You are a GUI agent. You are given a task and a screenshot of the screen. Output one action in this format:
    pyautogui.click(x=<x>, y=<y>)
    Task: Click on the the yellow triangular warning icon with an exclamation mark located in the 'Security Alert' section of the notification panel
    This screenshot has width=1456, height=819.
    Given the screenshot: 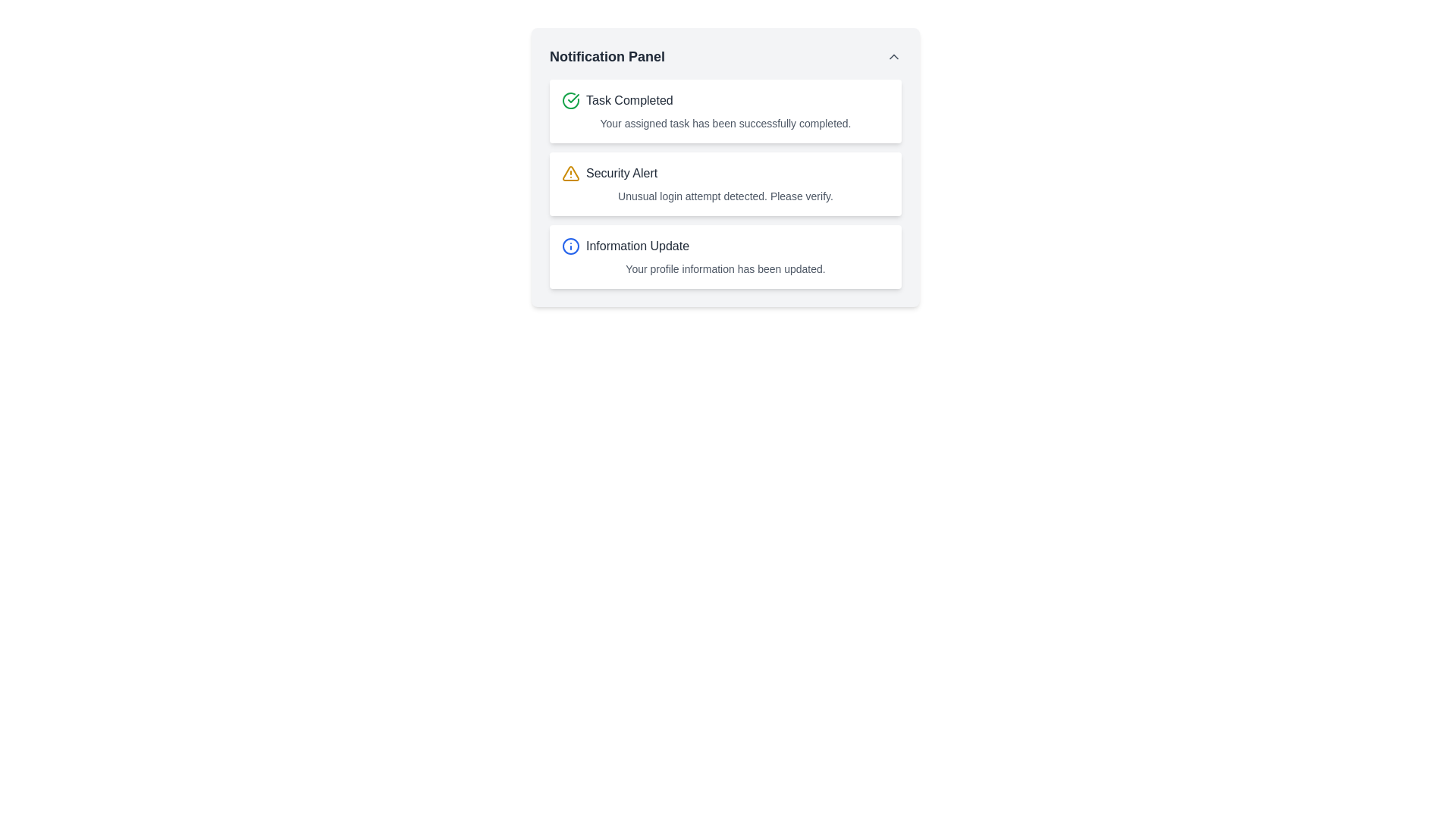 What is the action you would take?
    pyautogui.click(x=570, y=172)
    